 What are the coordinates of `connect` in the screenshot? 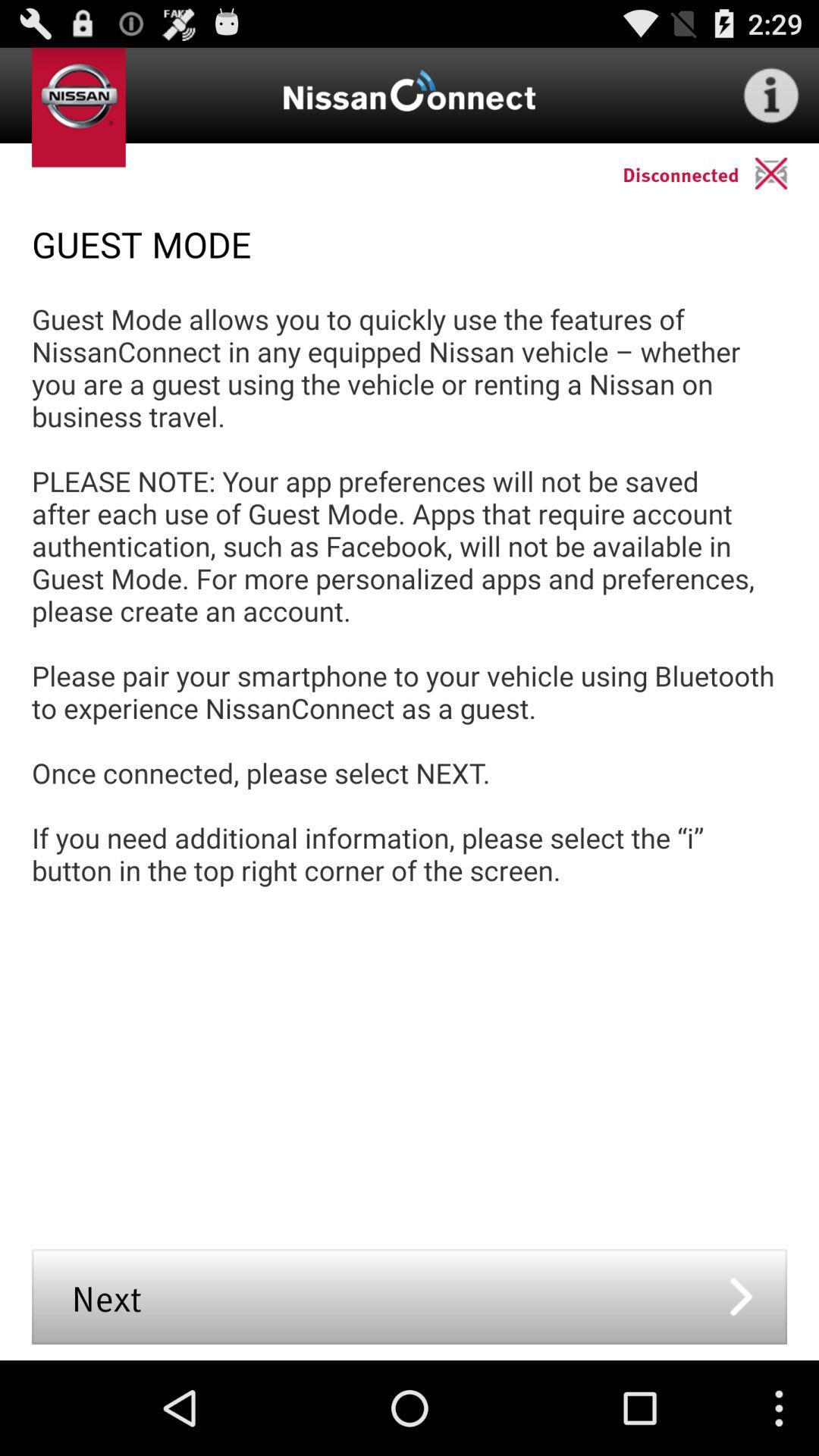 It's located at (786, 173).